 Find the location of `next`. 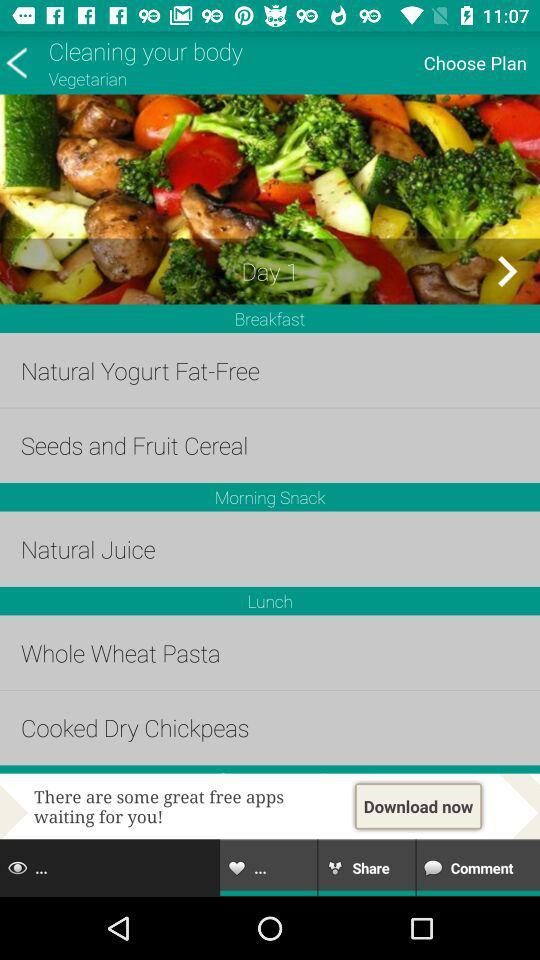

next is located at coordinates (507, 270).